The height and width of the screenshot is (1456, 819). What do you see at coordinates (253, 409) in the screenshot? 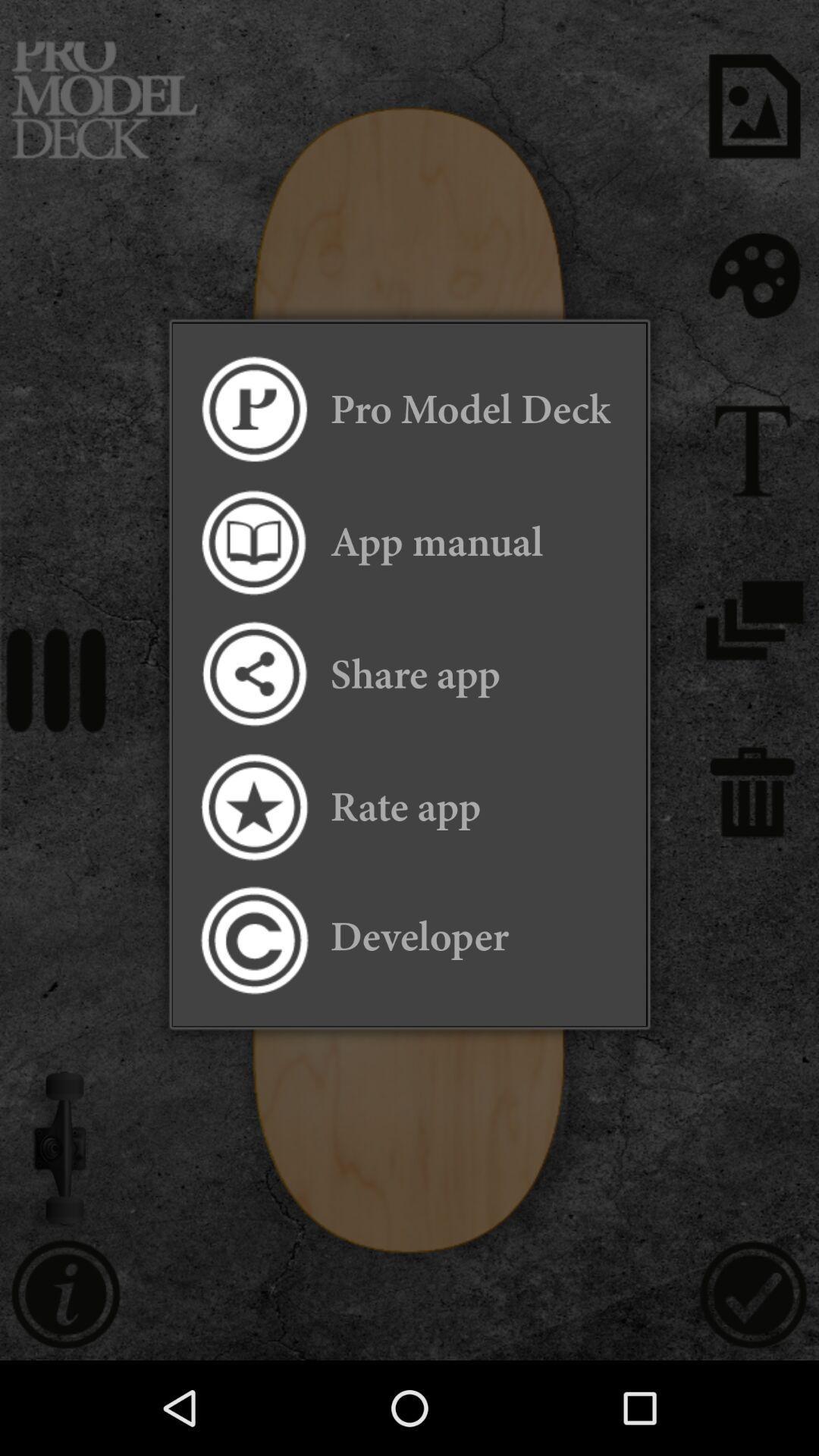
I see `open pro model deck` at bounding box center [253, 409].